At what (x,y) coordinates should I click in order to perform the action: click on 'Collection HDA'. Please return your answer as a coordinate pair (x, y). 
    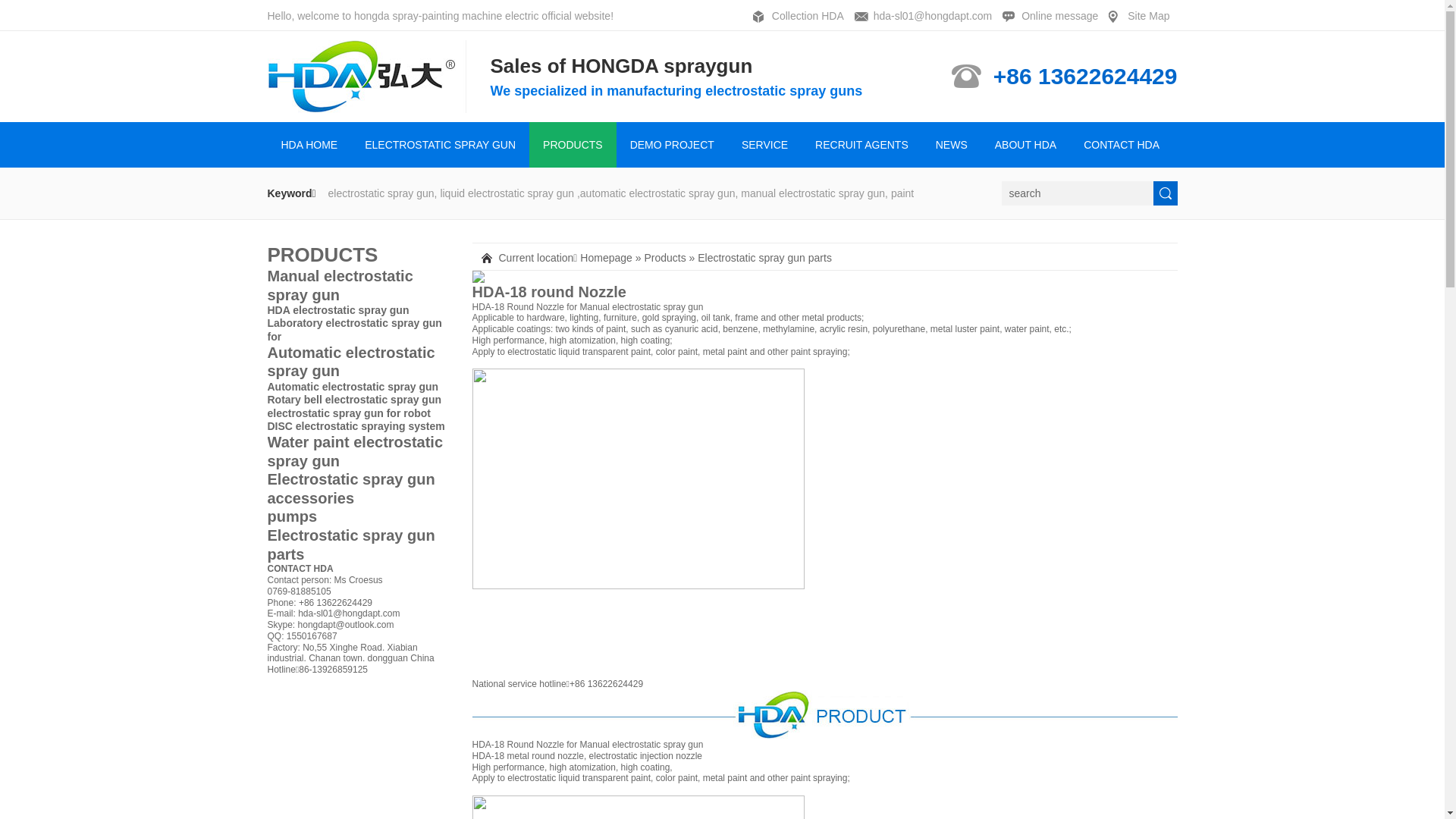
    Looking at the image, I should click on (801, 16).